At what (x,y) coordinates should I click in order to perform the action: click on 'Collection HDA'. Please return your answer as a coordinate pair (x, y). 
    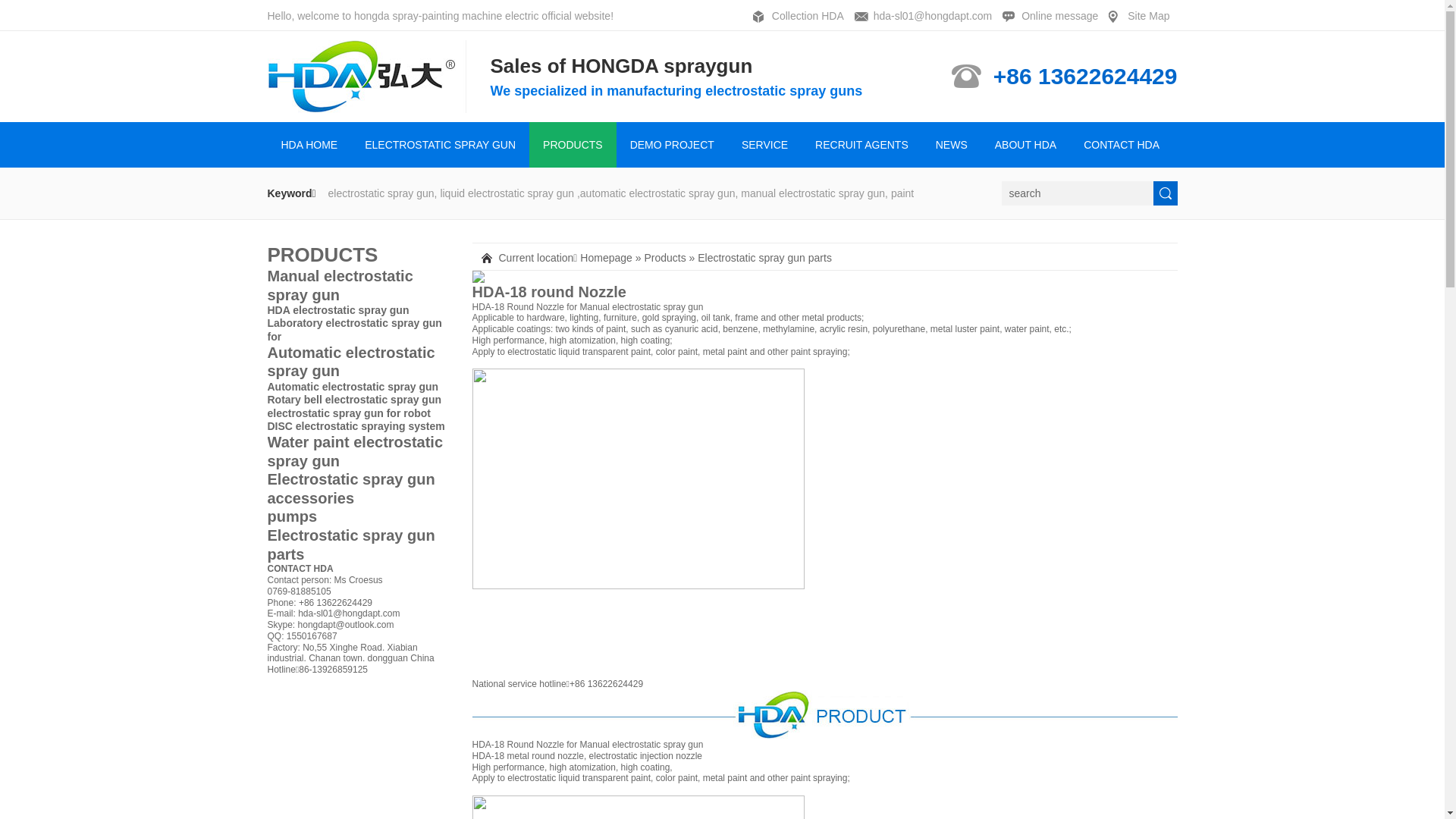
    Looking at the image, I should click on (801, 16).